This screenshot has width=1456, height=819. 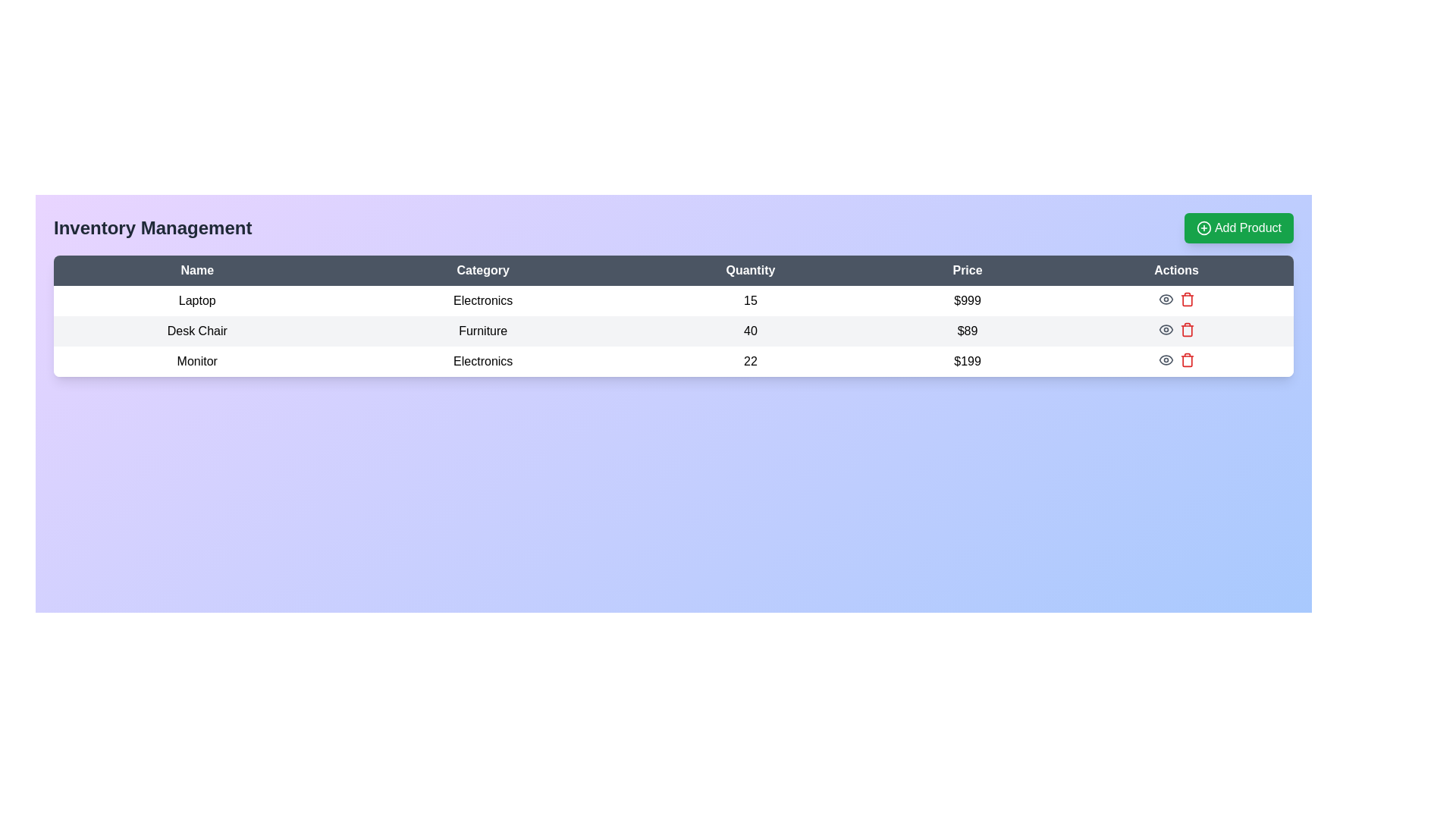 I want to click on the static text element that displays the quantity of 'Laptop' in the third column of the first row of the table, located between the 'Electronics' category and the '$999' price cell, so click(x=750, y=301).